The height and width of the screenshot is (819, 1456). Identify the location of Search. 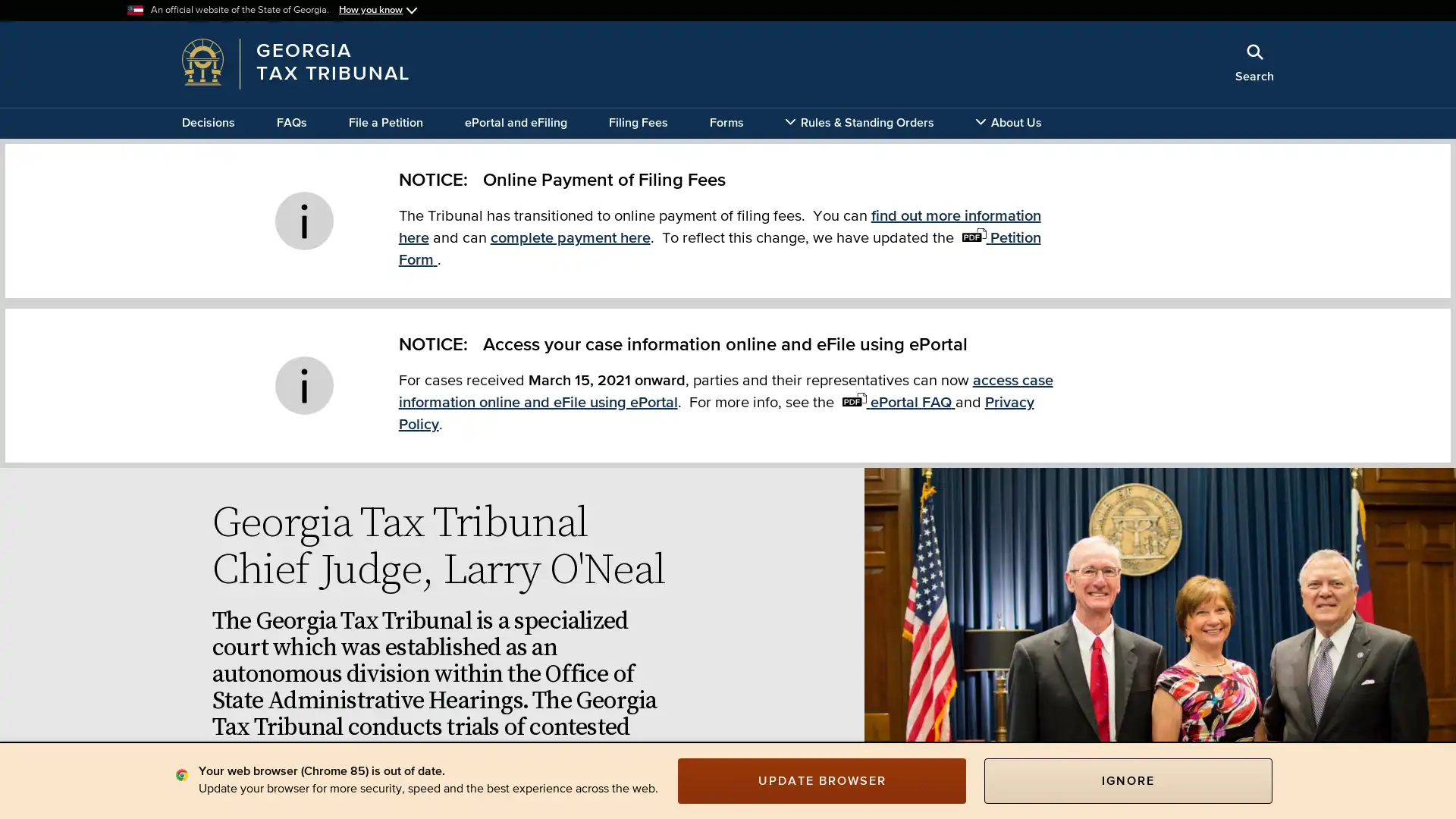
(1193, 213).